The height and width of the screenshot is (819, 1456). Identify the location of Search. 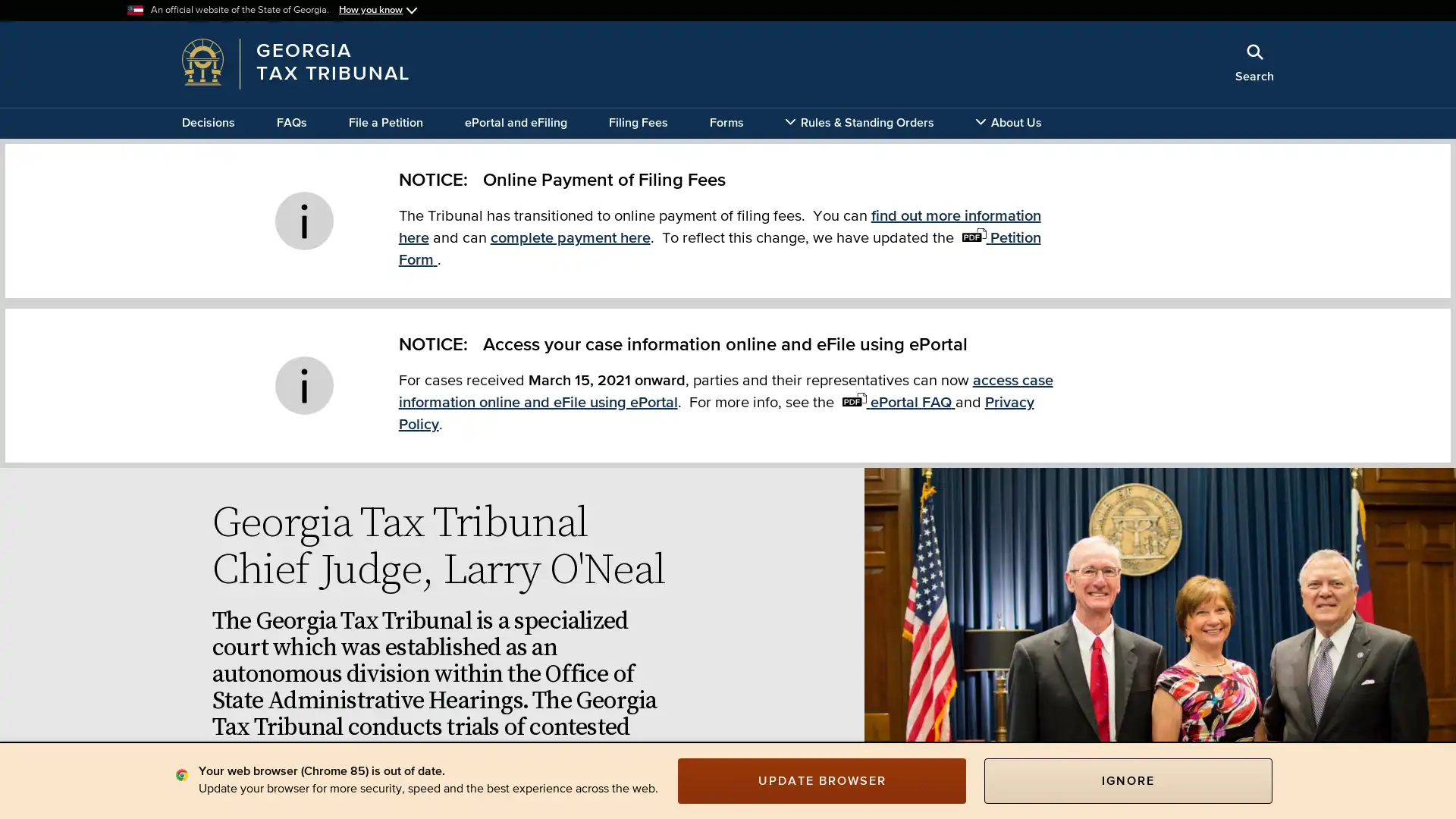
(1193, 213).